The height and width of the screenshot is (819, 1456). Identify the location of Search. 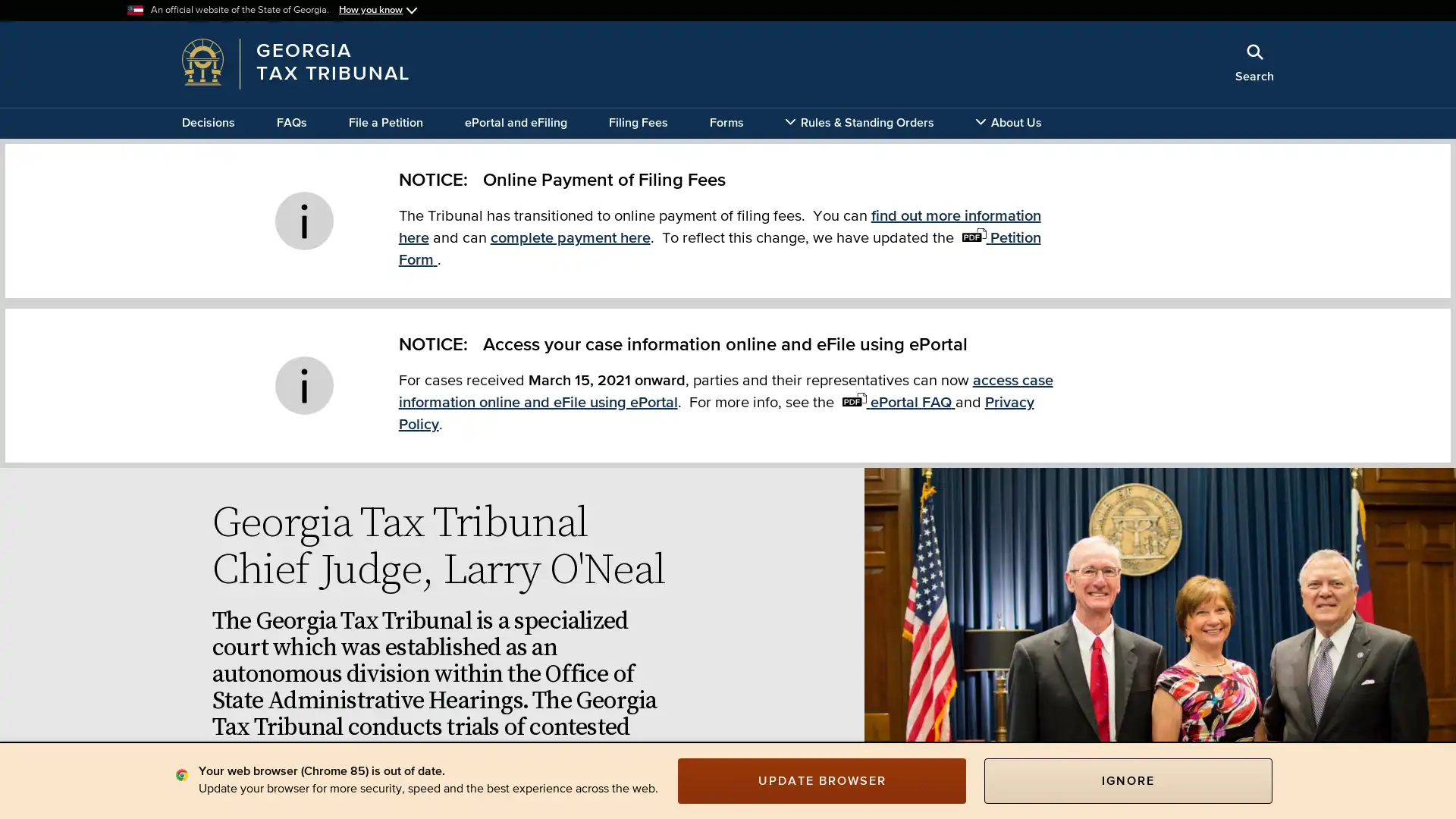
(1193, 213).